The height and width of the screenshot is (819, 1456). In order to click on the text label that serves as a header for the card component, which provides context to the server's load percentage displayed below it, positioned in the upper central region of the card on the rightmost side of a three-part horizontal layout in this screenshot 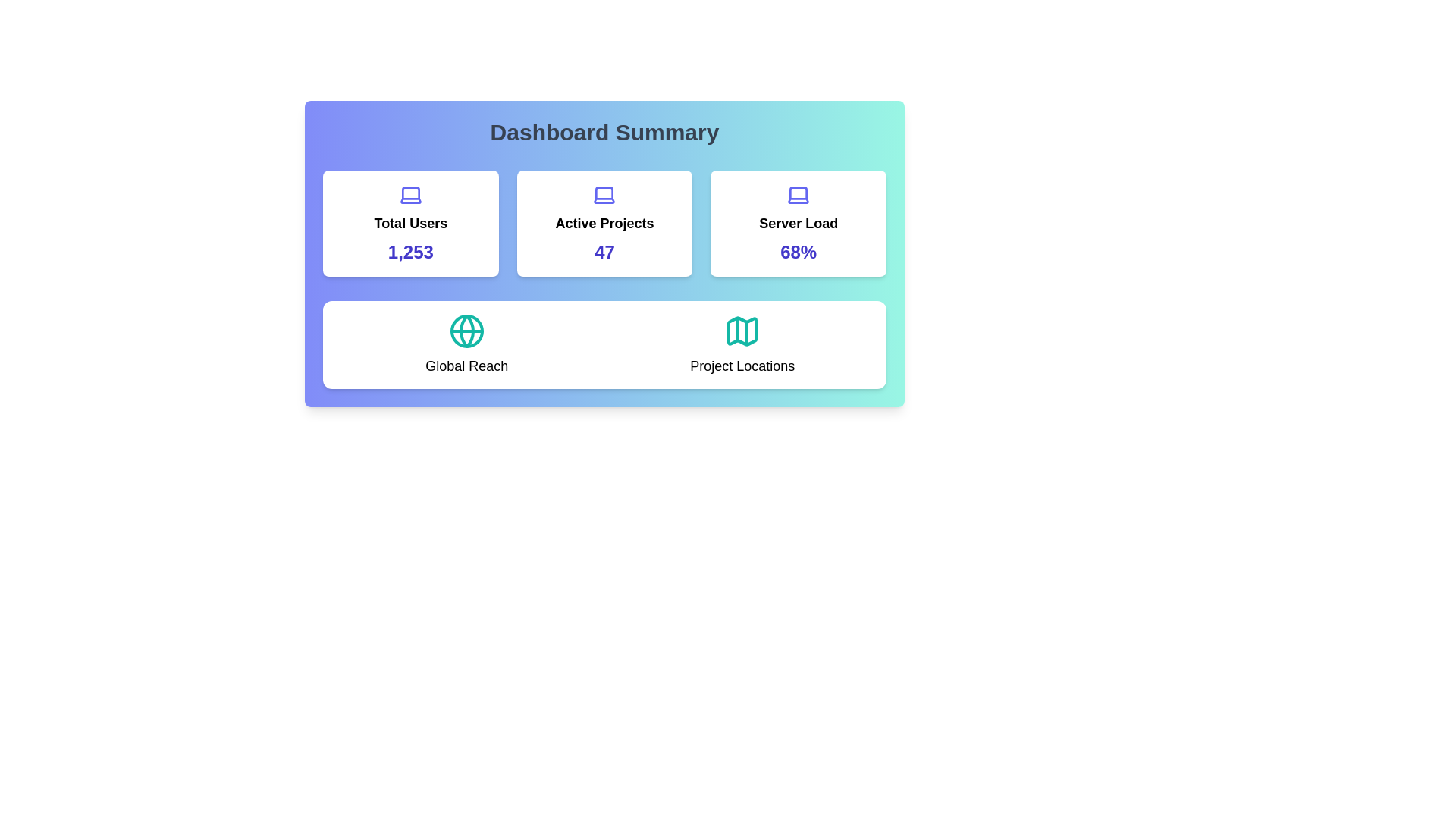, I will do `click(798, 223)`.